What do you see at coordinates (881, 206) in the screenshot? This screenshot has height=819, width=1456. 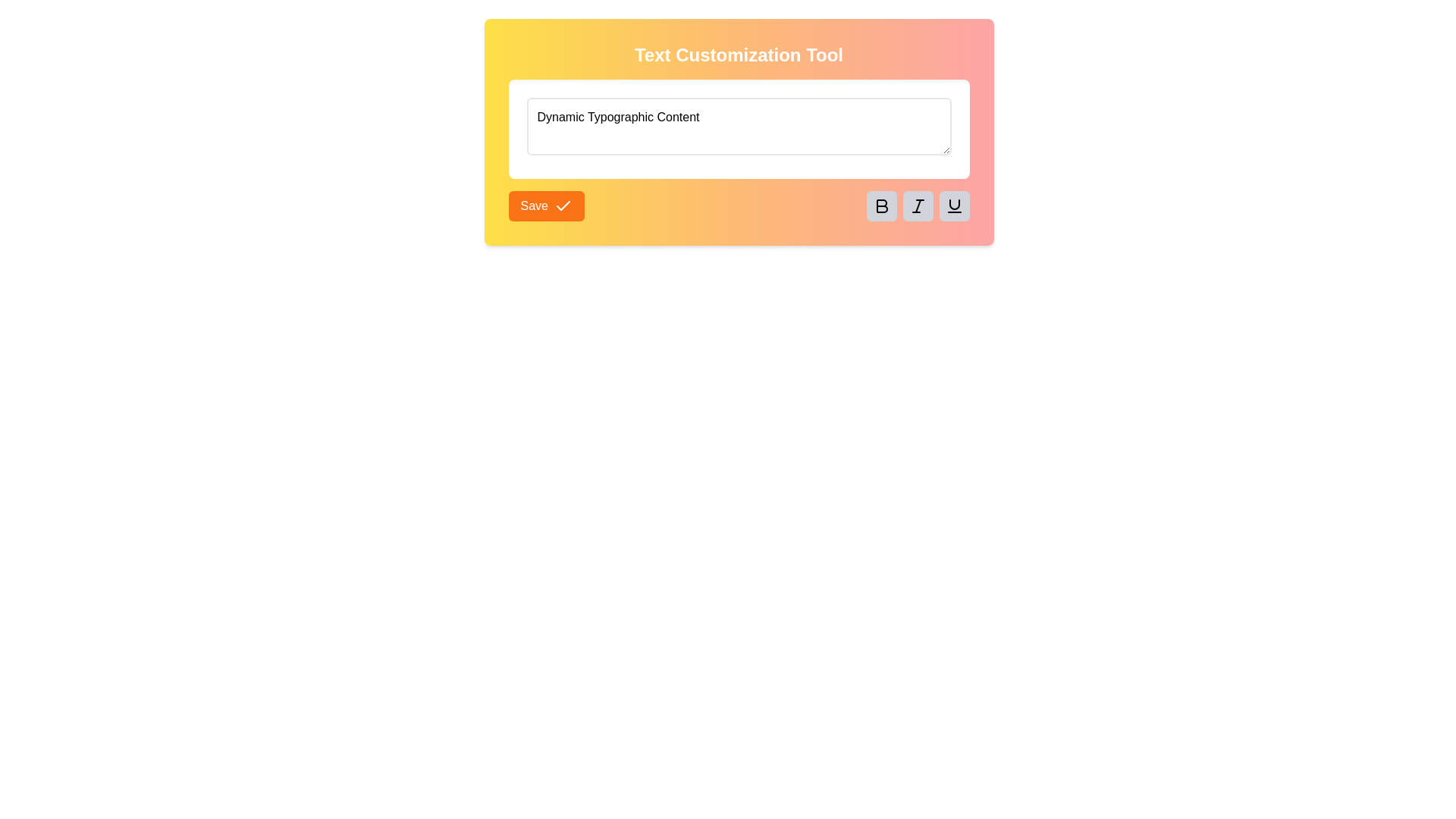 I see `the bold 'B' icon button with a gray background, located as the first button in the formatting options row beneath the text input field` at bounding box center [881, 206].